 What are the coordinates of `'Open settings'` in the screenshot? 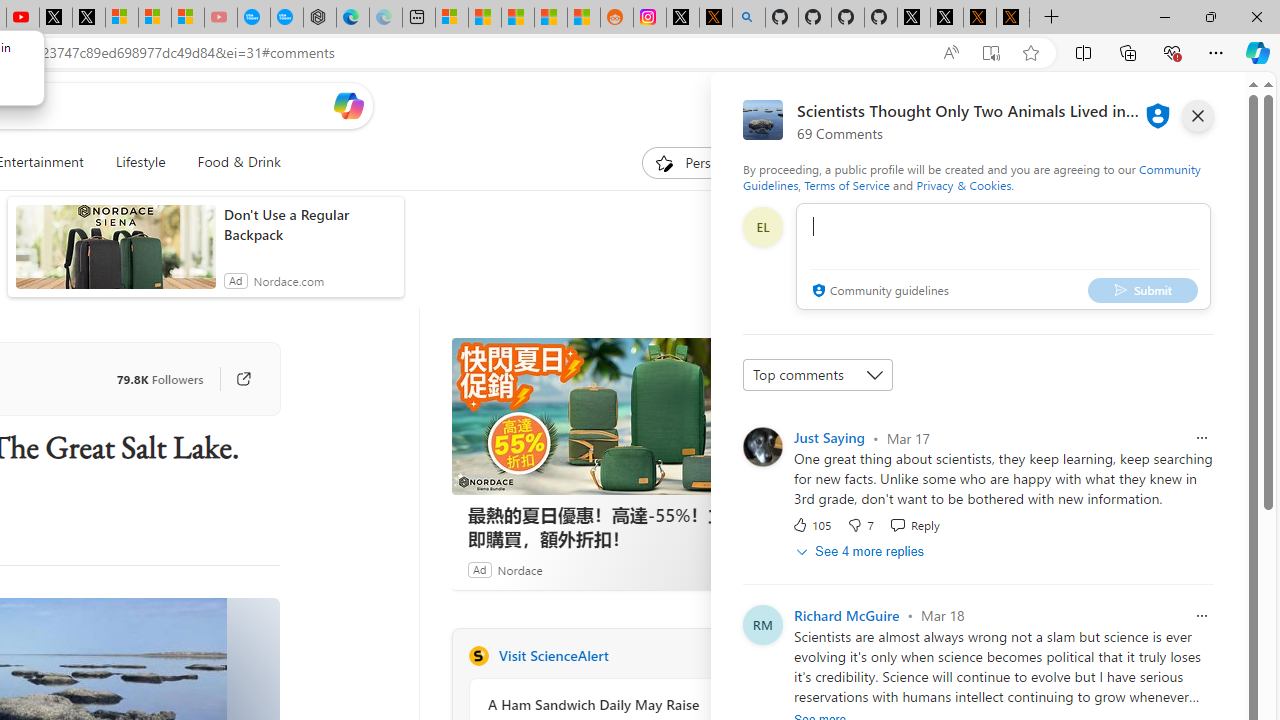 It's located at (1215, 105).